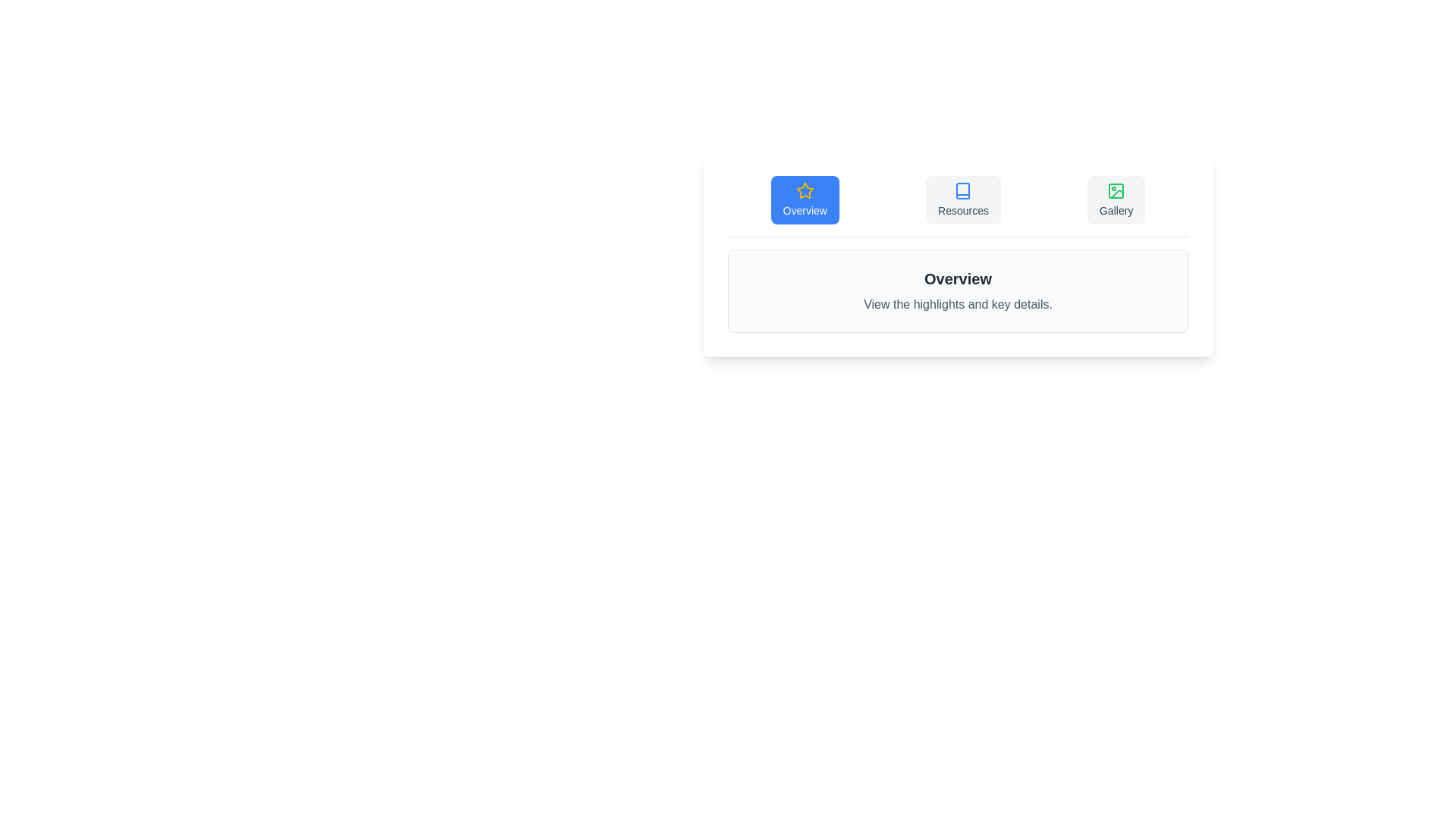  What do you see at coordinates (962, 199) in the screenshot?
I see `the tab labeled Resources to switch the active content view` at bounding box center [962, 199].